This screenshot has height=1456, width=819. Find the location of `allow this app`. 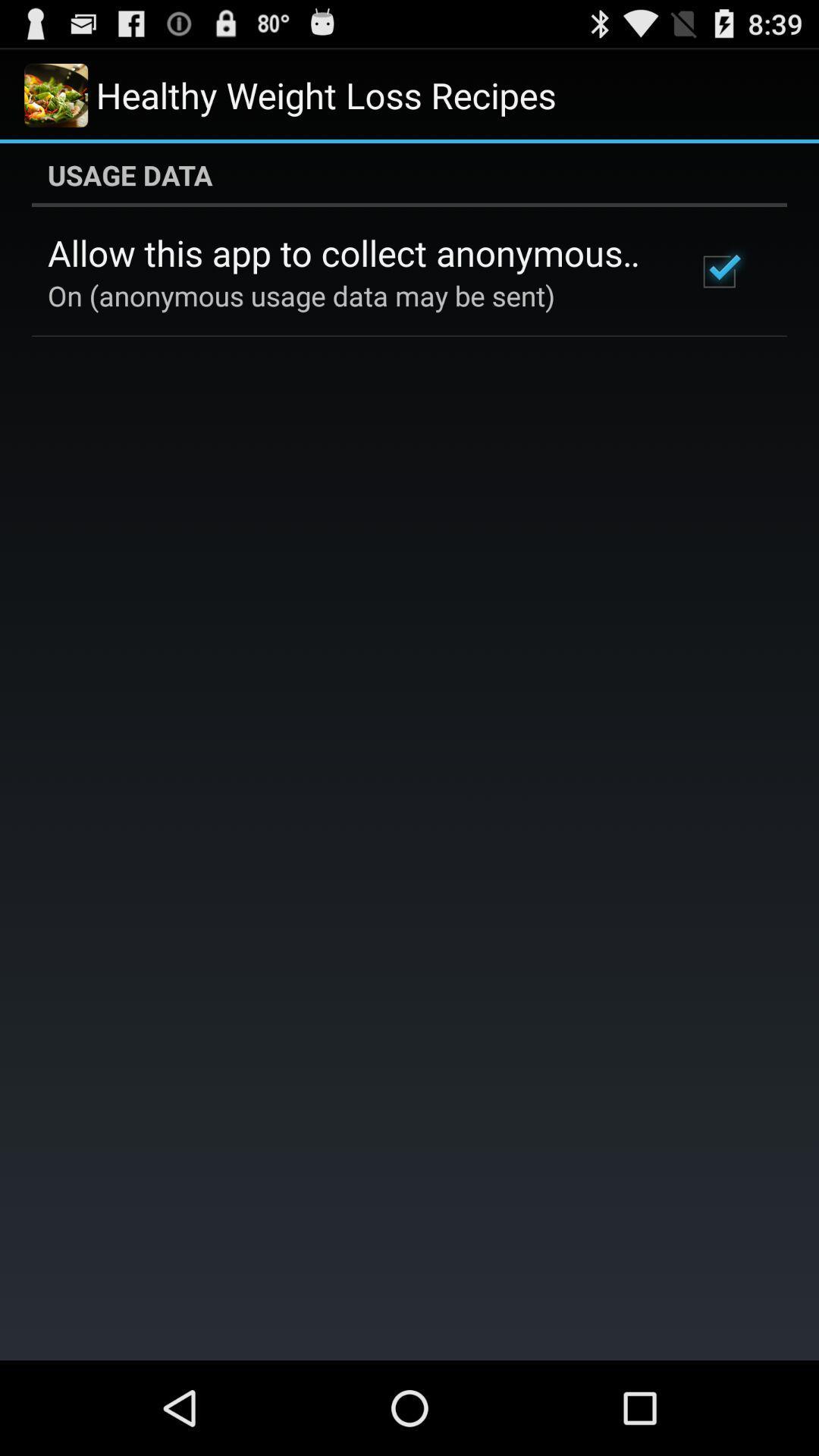

allow this app is located at coordinates (351, 253).